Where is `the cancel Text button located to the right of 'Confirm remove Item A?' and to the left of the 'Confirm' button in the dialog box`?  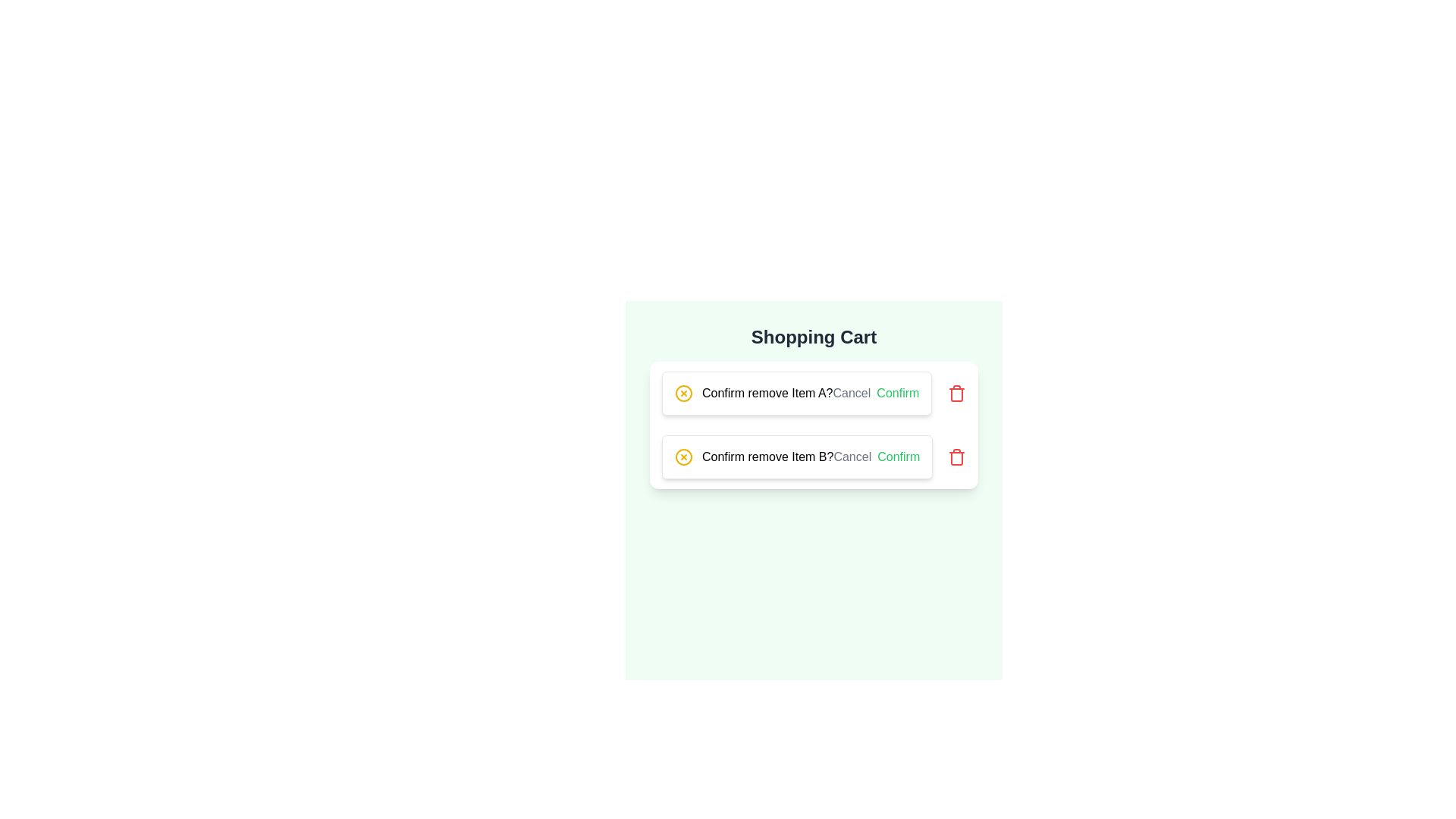 the cancel Text button located to the right of 'Confirm remove Item A?' and to the left of the 'Confirm' button in the dialog box is located at coordinates (852, 393).